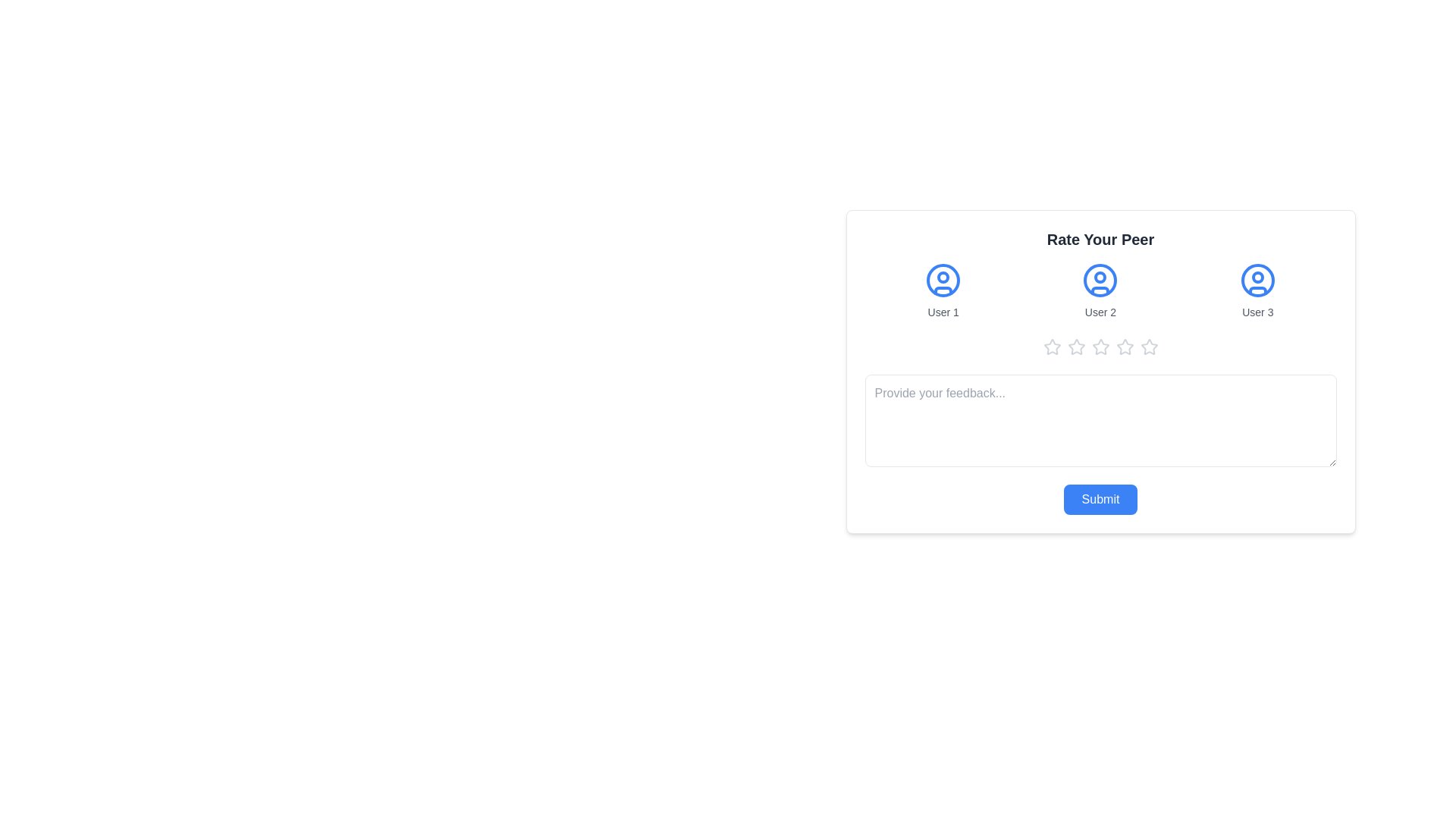 This screenshot has height=819, width=1456. What do you see at coordinates (1075, 347) in the screenshot?
I see `the star corresponding to 2 to set the rating` at bounding box center [1075, 347].